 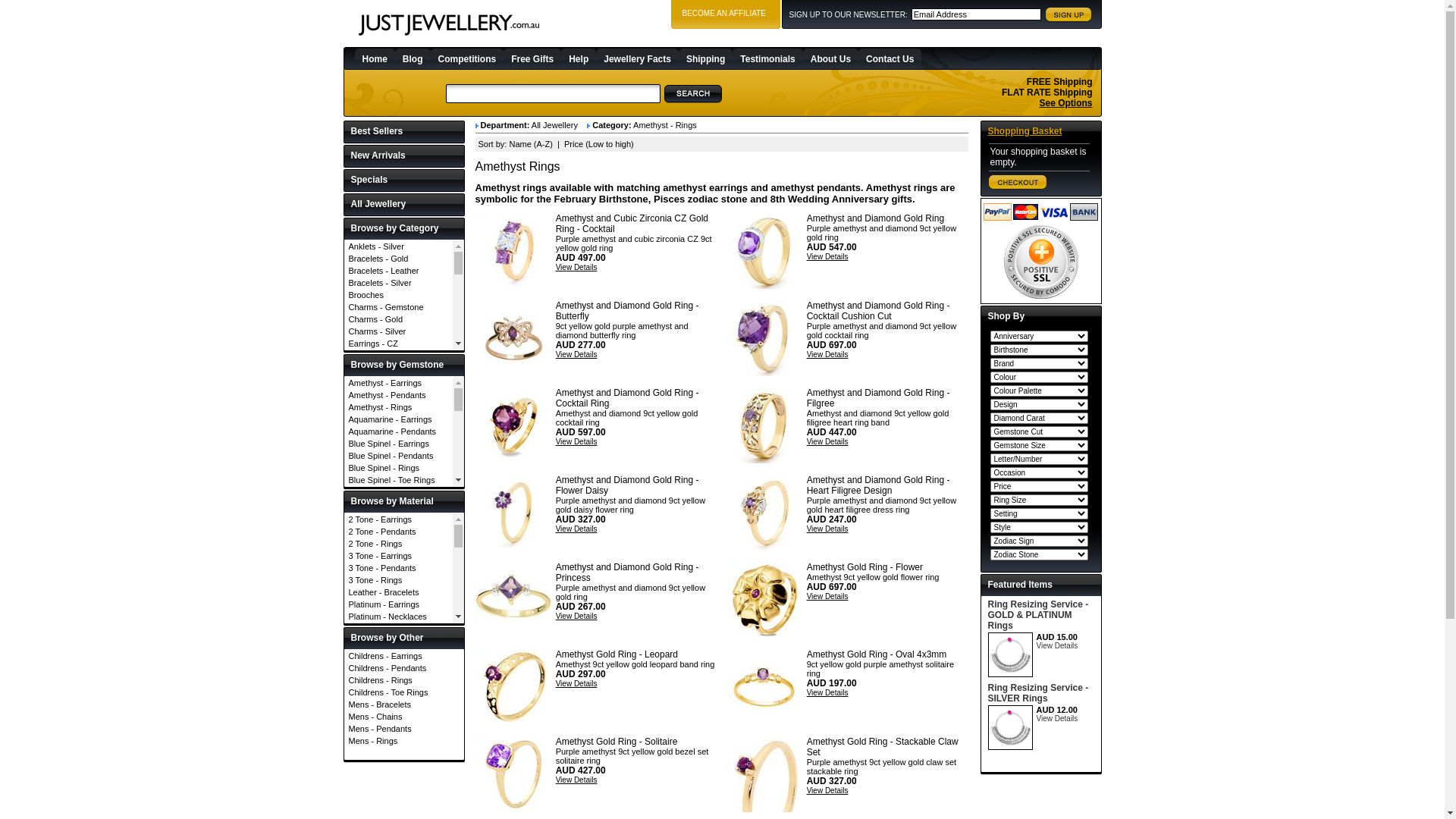 I want to click on 'Blue Spinel - Rings', so click(x=398, y=467).